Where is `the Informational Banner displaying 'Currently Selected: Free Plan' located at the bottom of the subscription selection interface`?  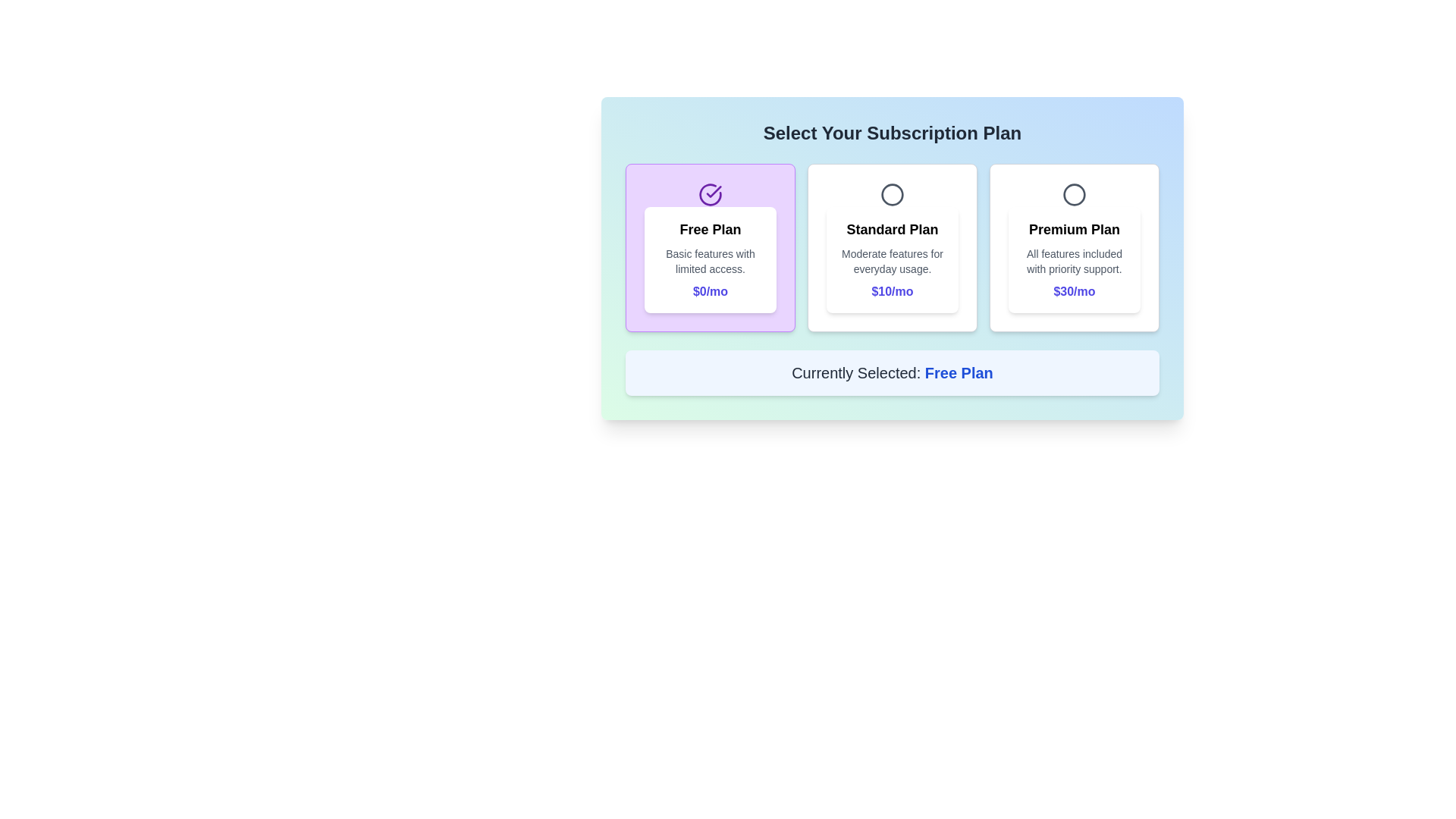 the Informational Banner displaying 'Currently Selected: Free Plan' located at the bottom of the subscription selection interface is located at coordinates (892, 373).